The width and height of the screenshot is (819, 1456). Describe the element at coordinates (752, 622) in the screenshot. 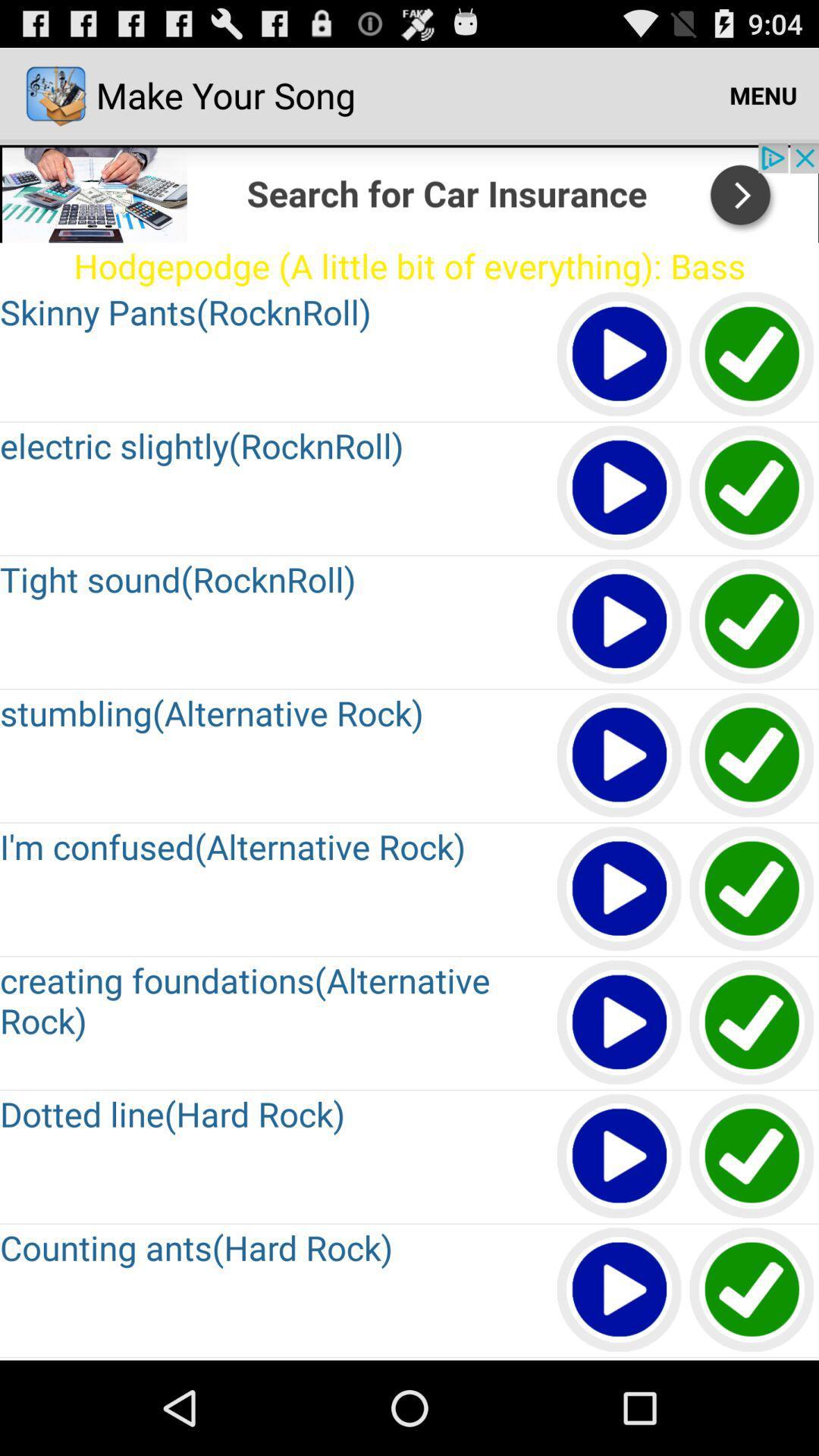

I see `sound clip` at that location.